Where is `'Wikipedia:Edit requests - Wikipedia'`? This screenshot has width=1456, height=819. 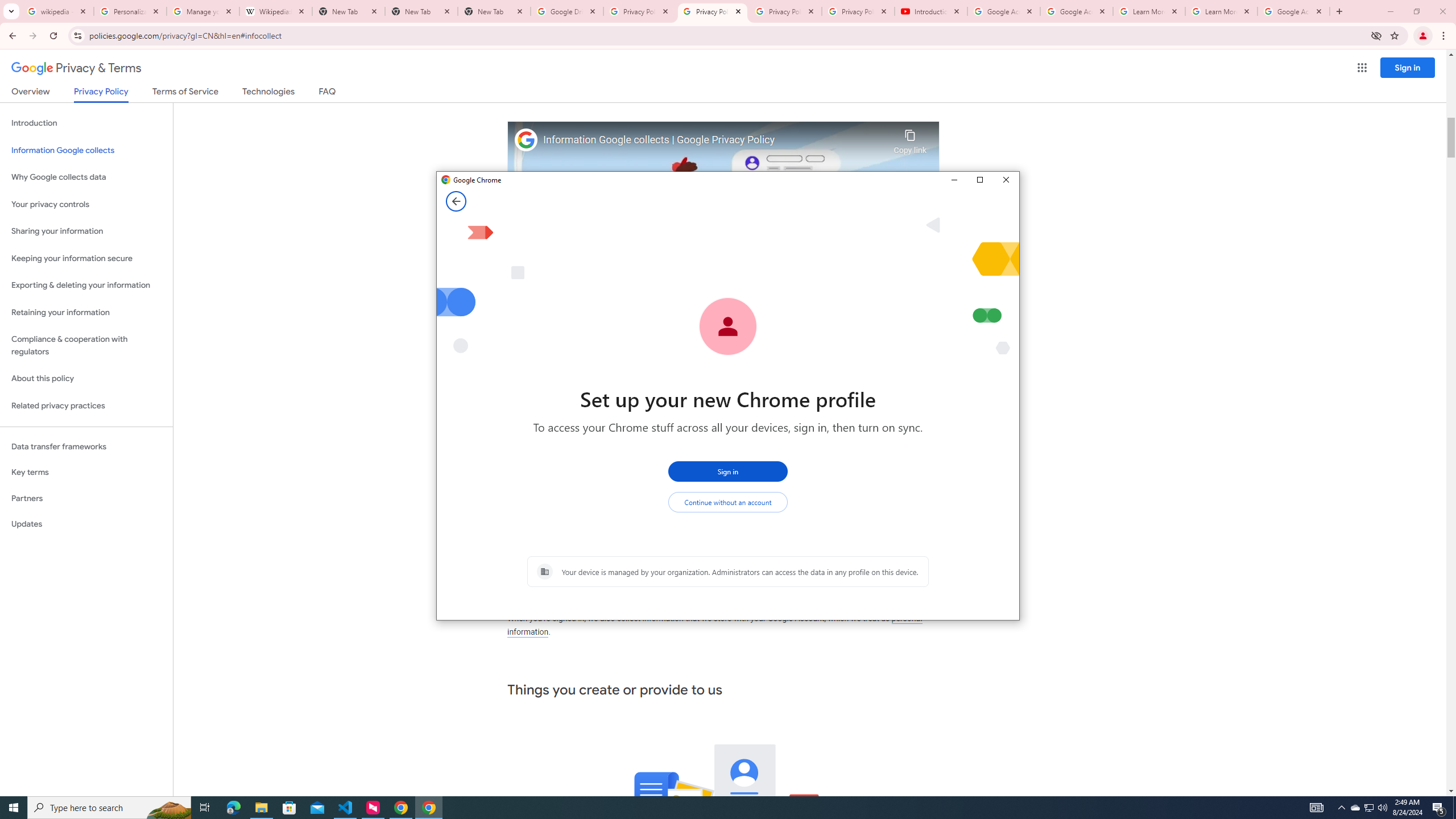
'Wikipedia:Edit requests - Wikipedia' is located at coordinates (276, 11).